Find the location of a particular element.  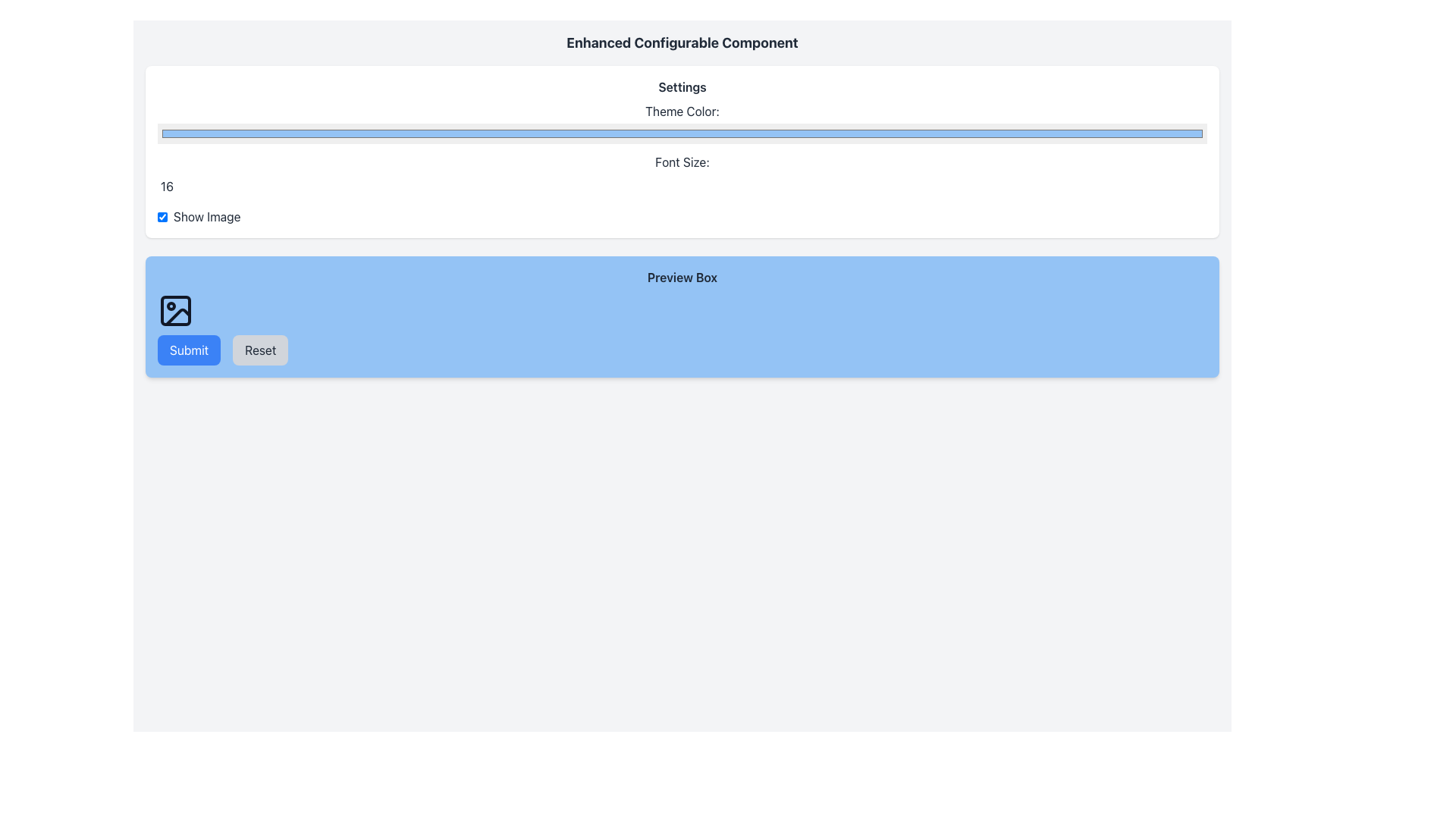

the text label that describes the color input field, located below the 'Settings' heading and above the color picker input is located at coordinates (682, 110).